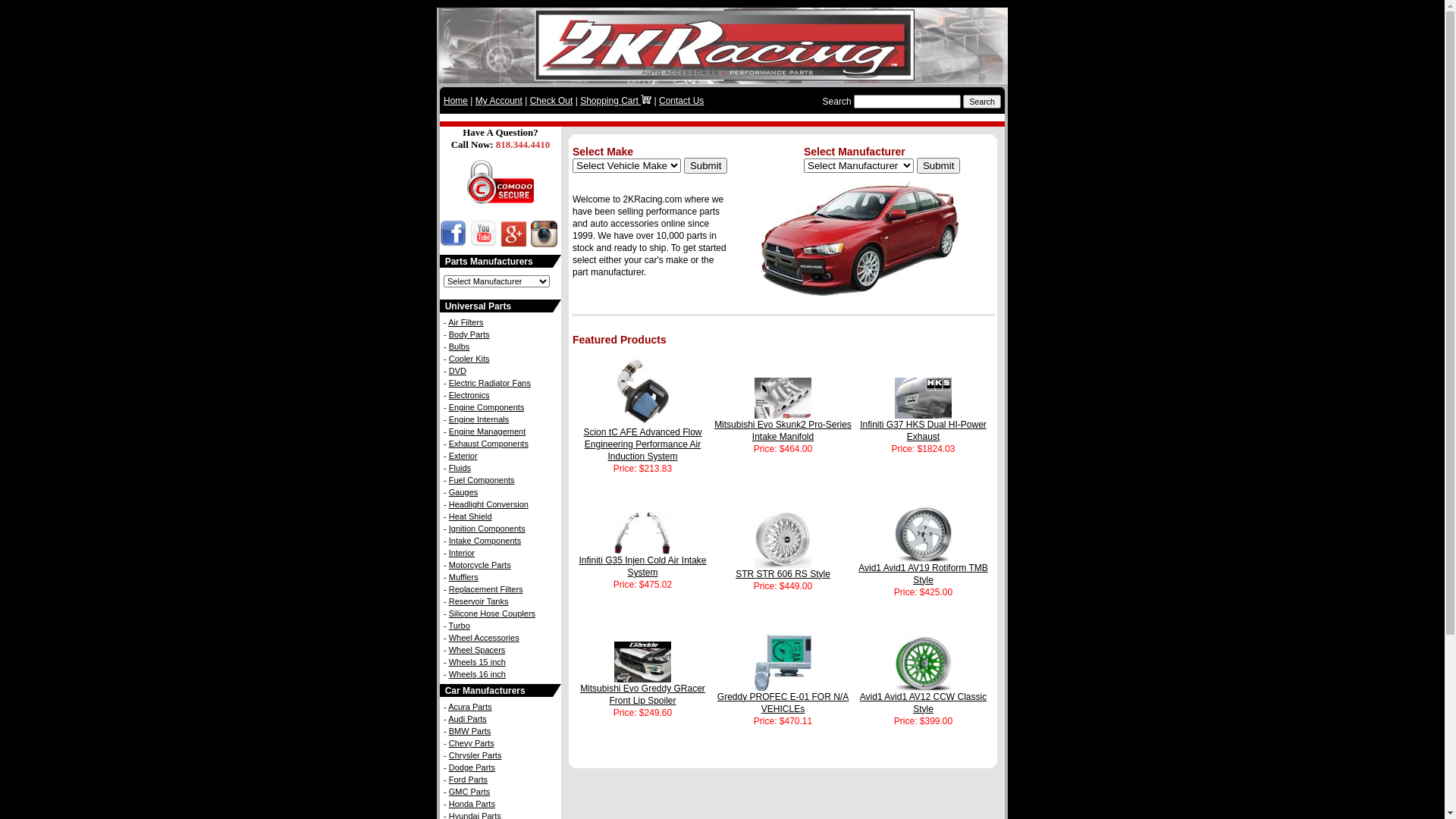 This screenshot has width=1456, height=819. Describe the element at coordinates (447, 613) in the screenshot. I see `'Silicone Hose Couplers'` at that location.